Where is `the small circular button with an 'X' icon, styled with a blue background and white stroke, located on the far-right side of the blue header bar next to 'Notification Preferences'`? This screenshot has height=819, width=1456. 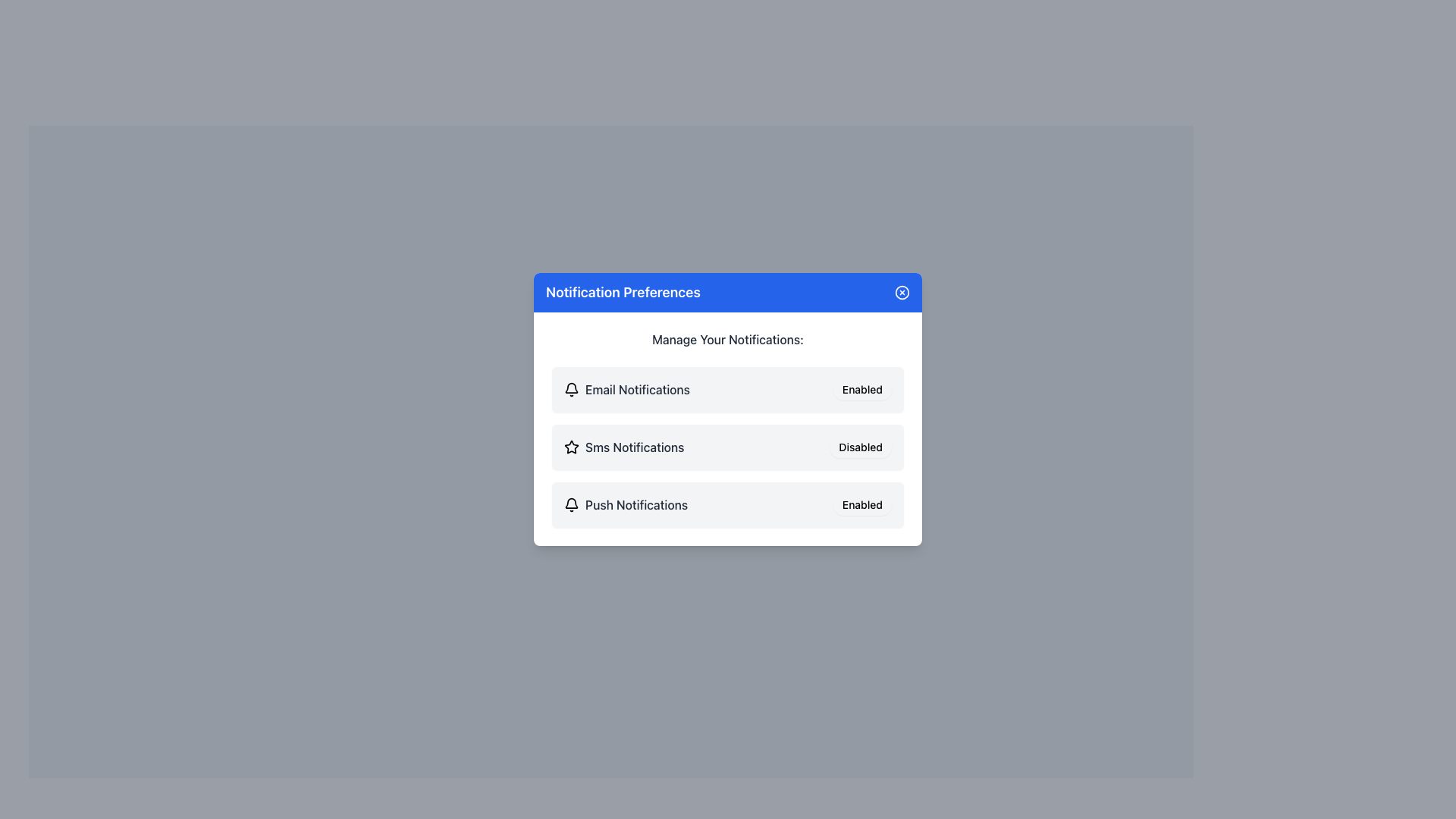 the small circular button with an 'X' icon, styled with a blue background and white stroke, located on the far-right side of the blue header bar next to 'Notification Preferences' is located at coordinates (902, 292).